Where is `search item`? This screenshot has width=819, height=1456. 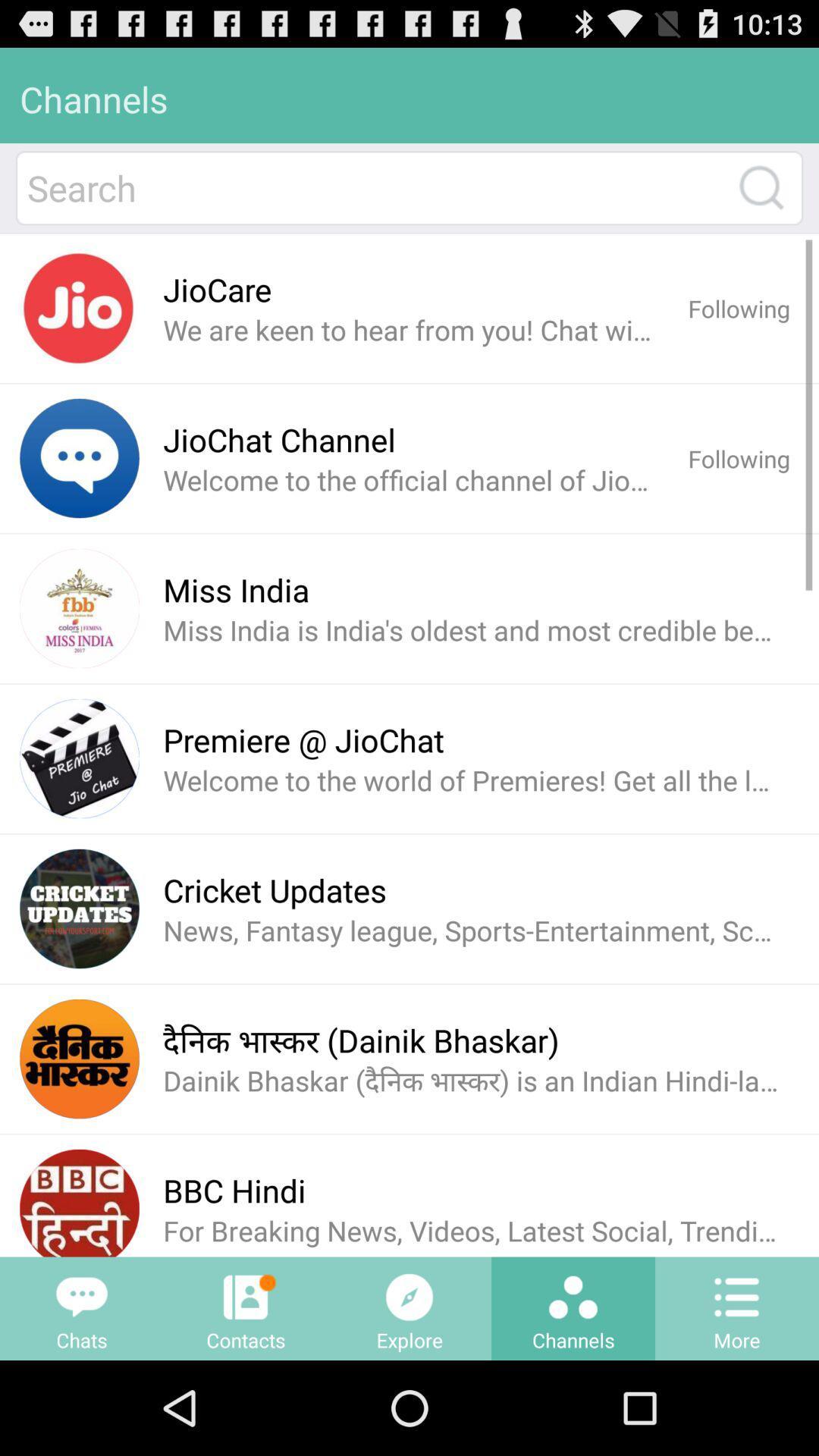
search item is located at coordinates (374, 187).